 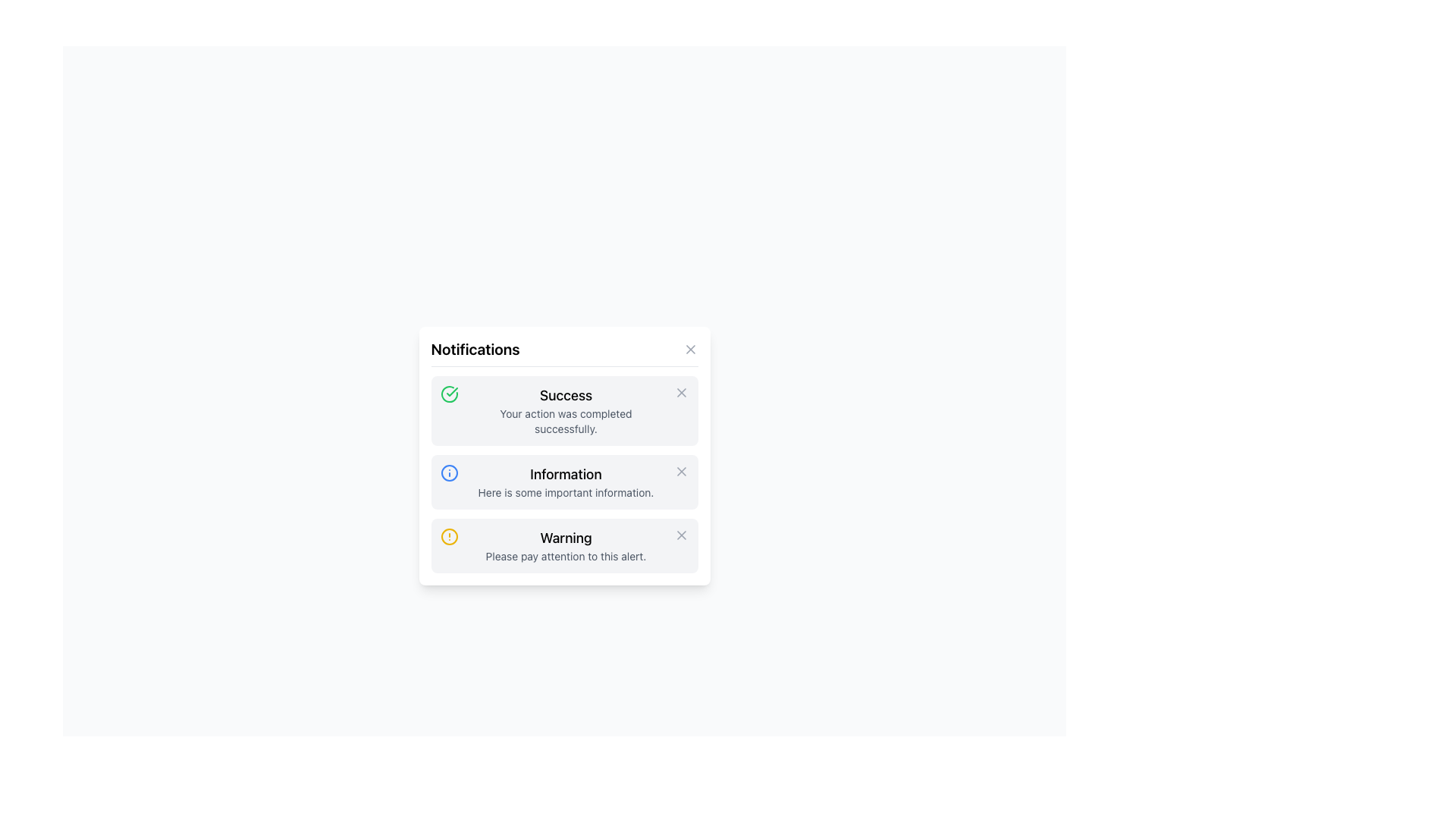 I want to click on the text display component that shows the title 'Success' and the description 'Your action was completed successfully.', so click(x=565, y=410).